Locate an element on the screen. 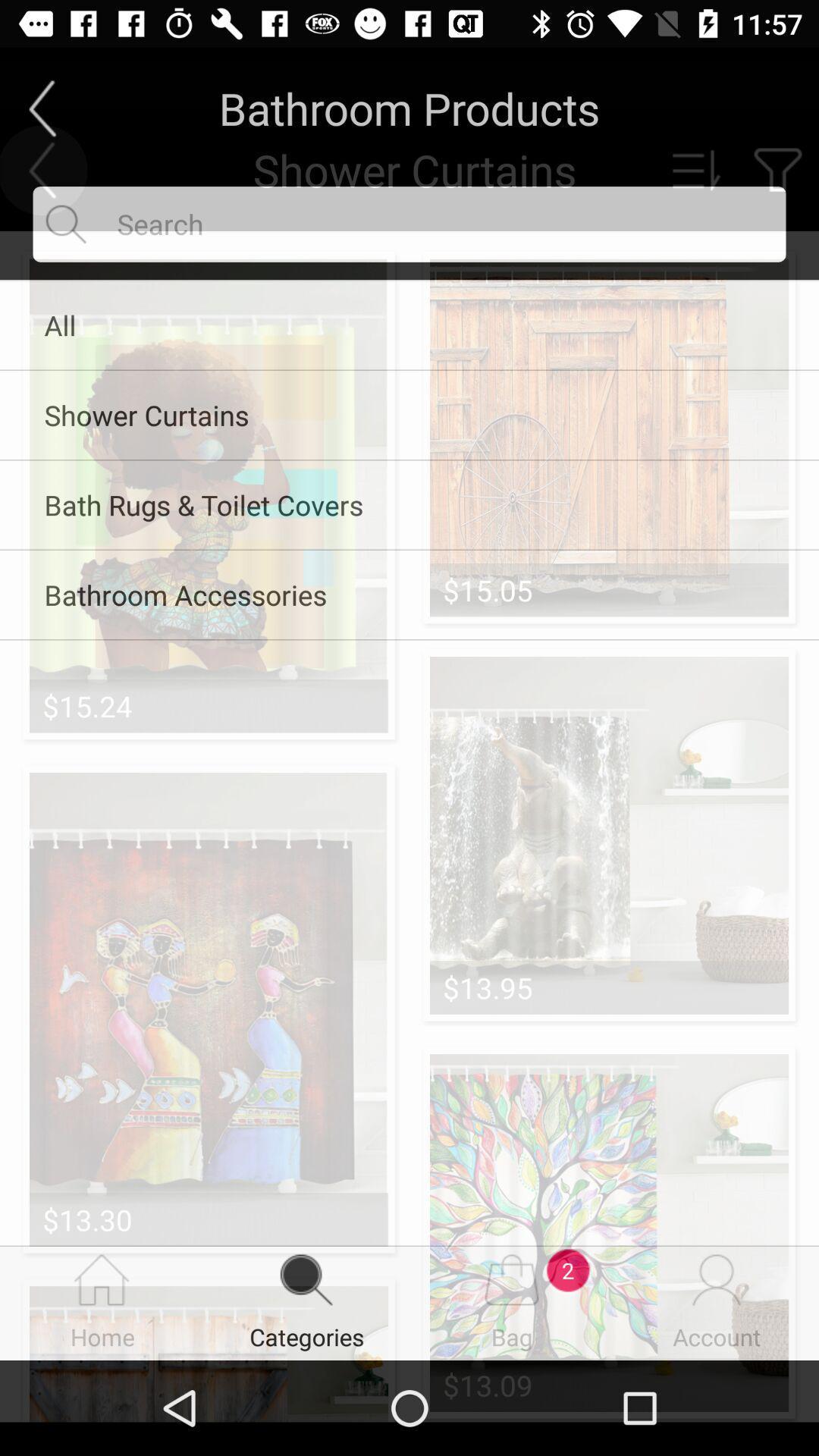  the arrow_backward icon is located at coordinates (42, 108).